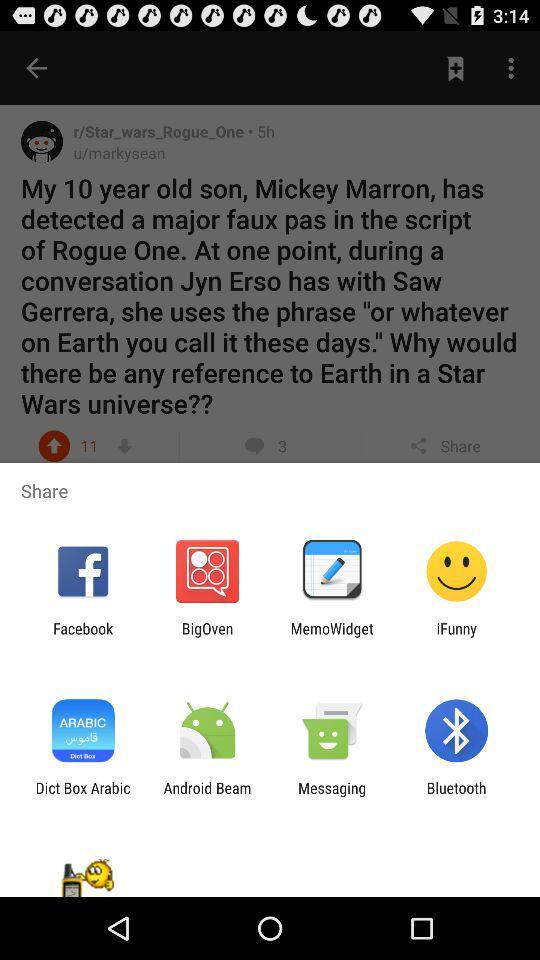 This screenshot has width=540, height=960. I want to click on the app to the right of the dict box arabic item, so click(206, 796).